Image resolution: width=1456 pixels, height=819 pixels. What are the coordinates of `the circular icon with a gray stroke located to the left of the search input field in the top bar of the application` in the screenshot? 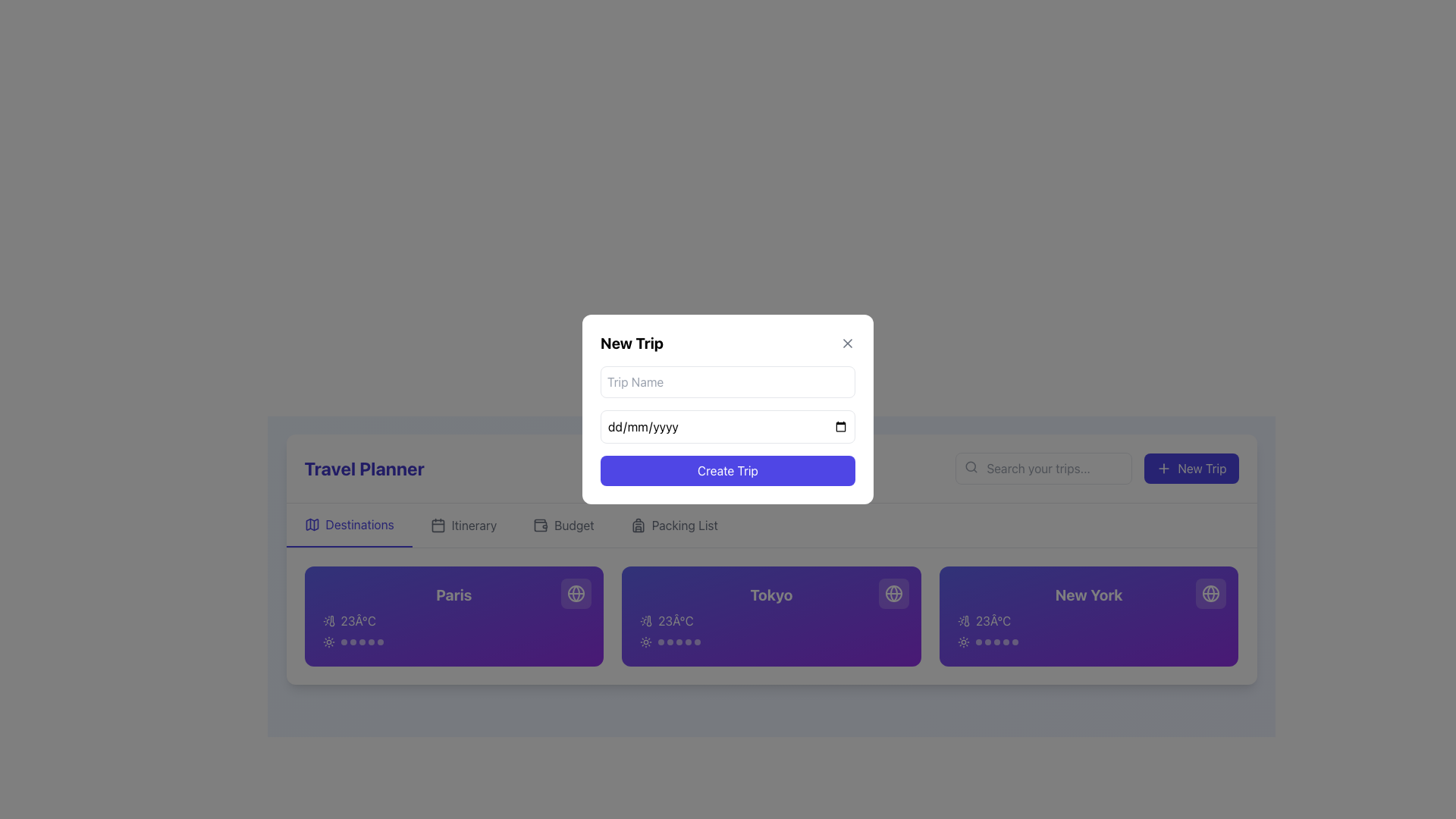 It's located at (971, 466).